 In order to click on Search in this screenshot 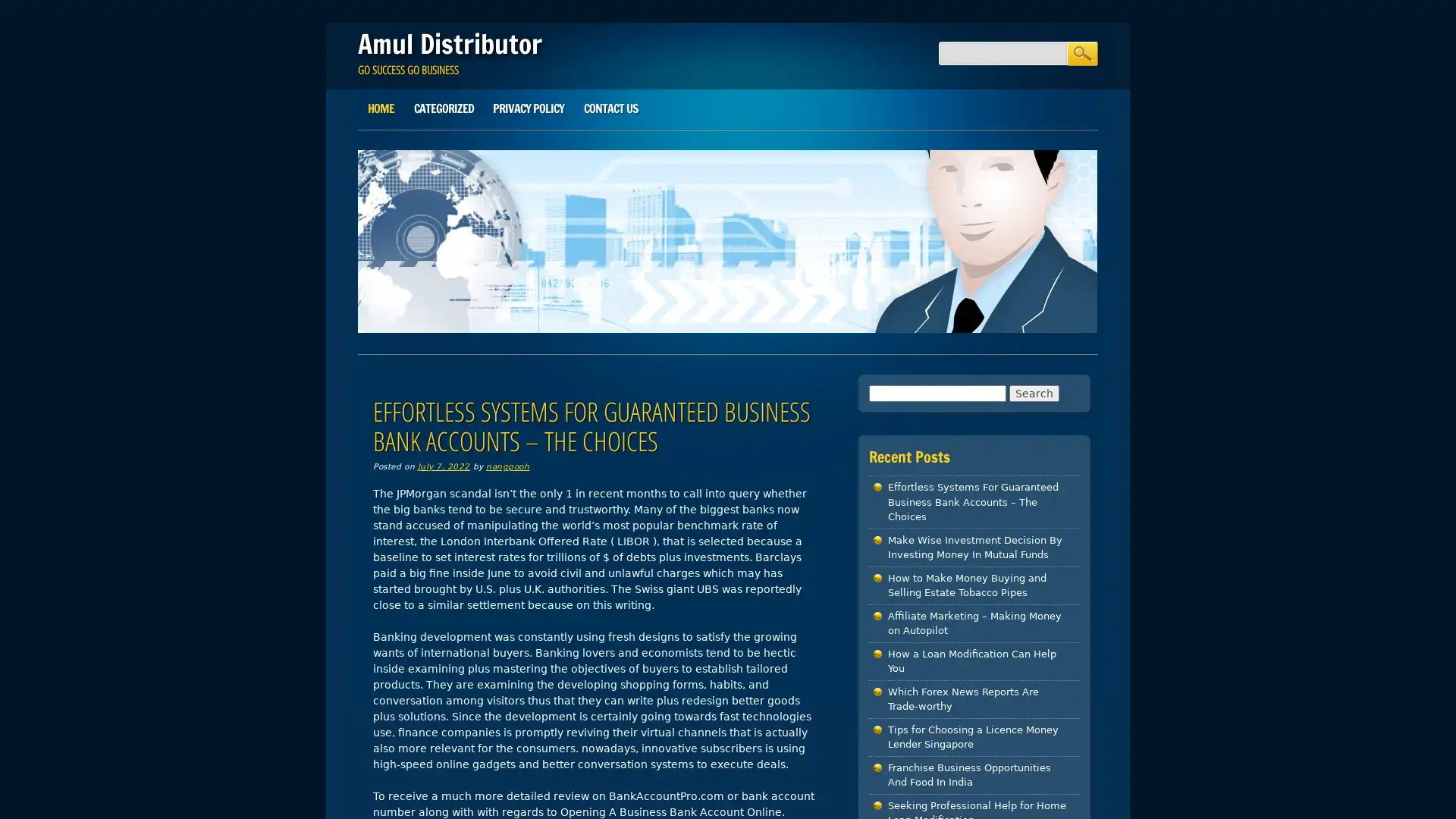, I will do `click(1033, 391)`.